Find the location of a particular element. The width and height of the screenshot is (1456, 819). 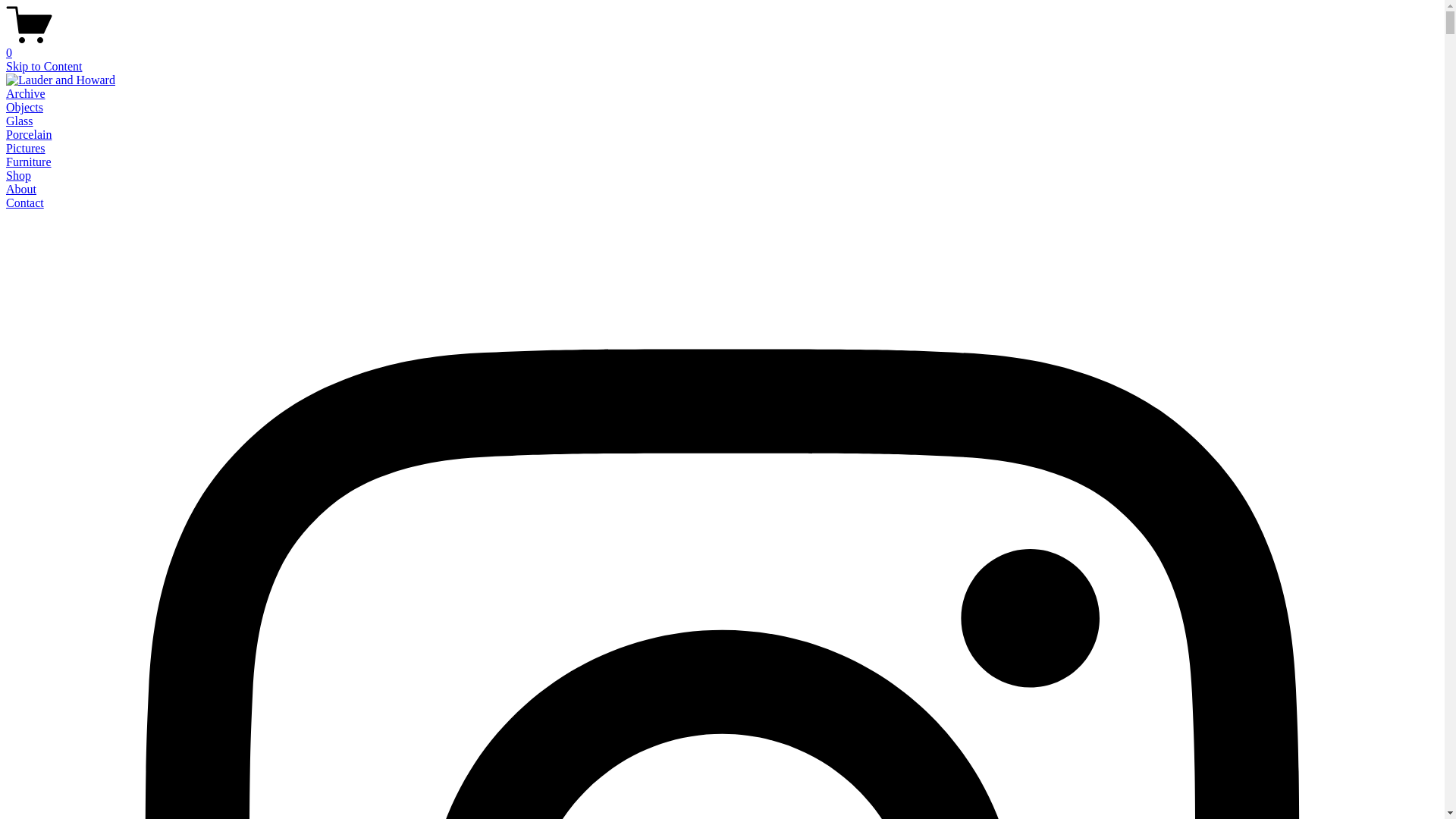

'Archive' is located at coordinates (25, 93).